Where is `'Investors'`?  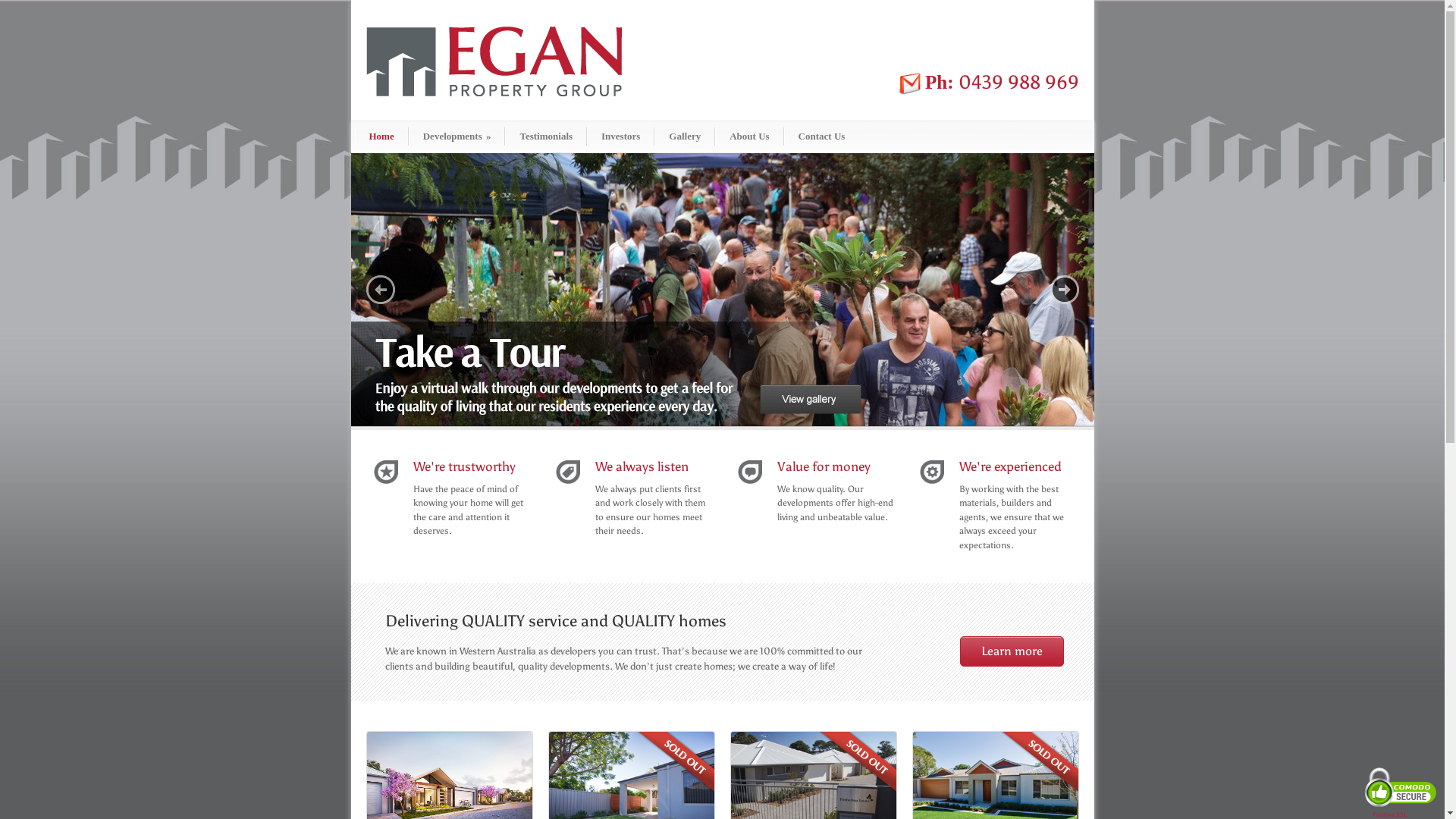 'Investors' is located at coordinates (620, 136).